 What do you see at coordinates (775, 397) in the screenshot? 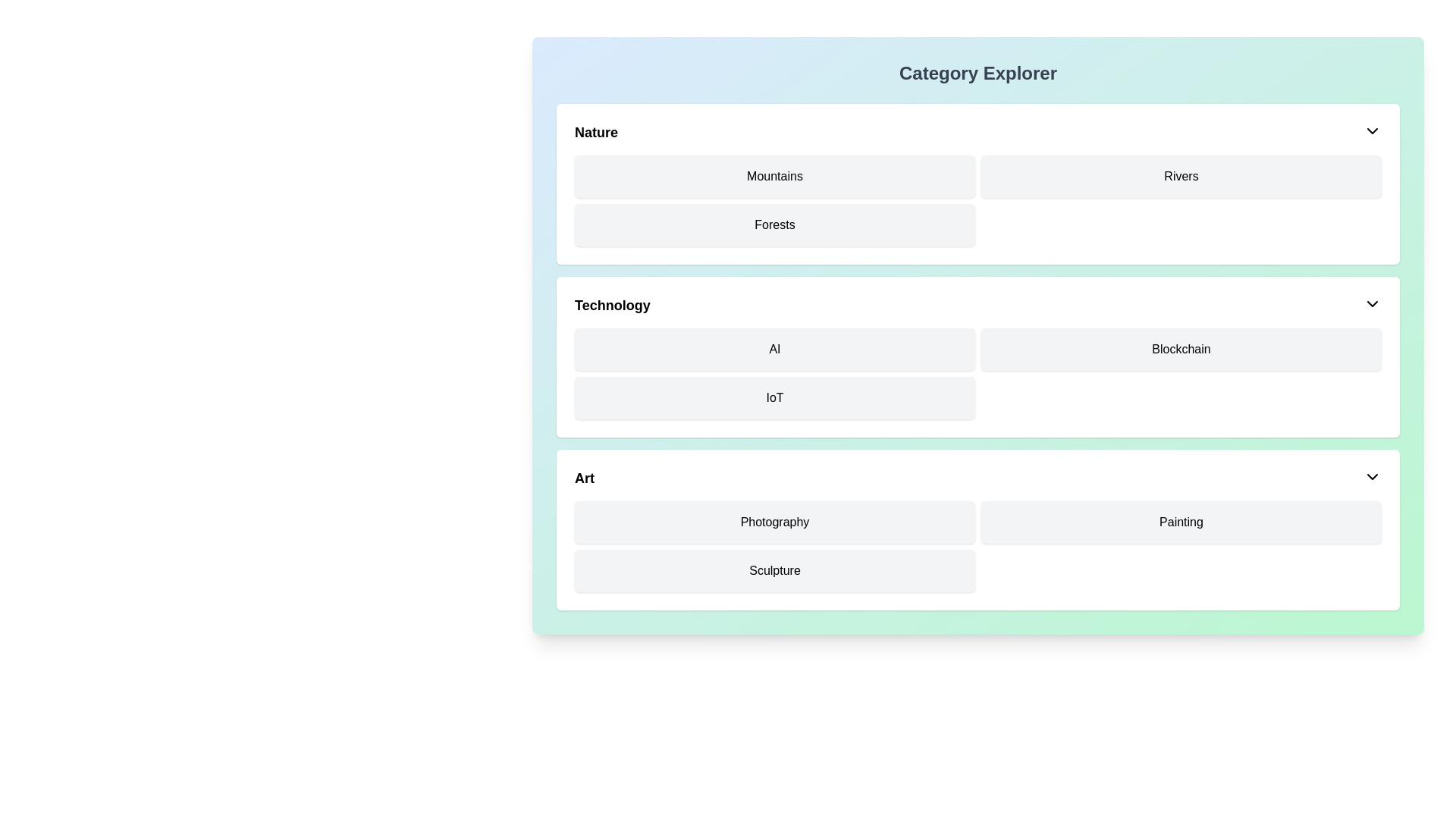
I see `the button labeled 'IoT' which is located in the bottom-left position under the 'Technology' category` at bounding box center [775, 397].